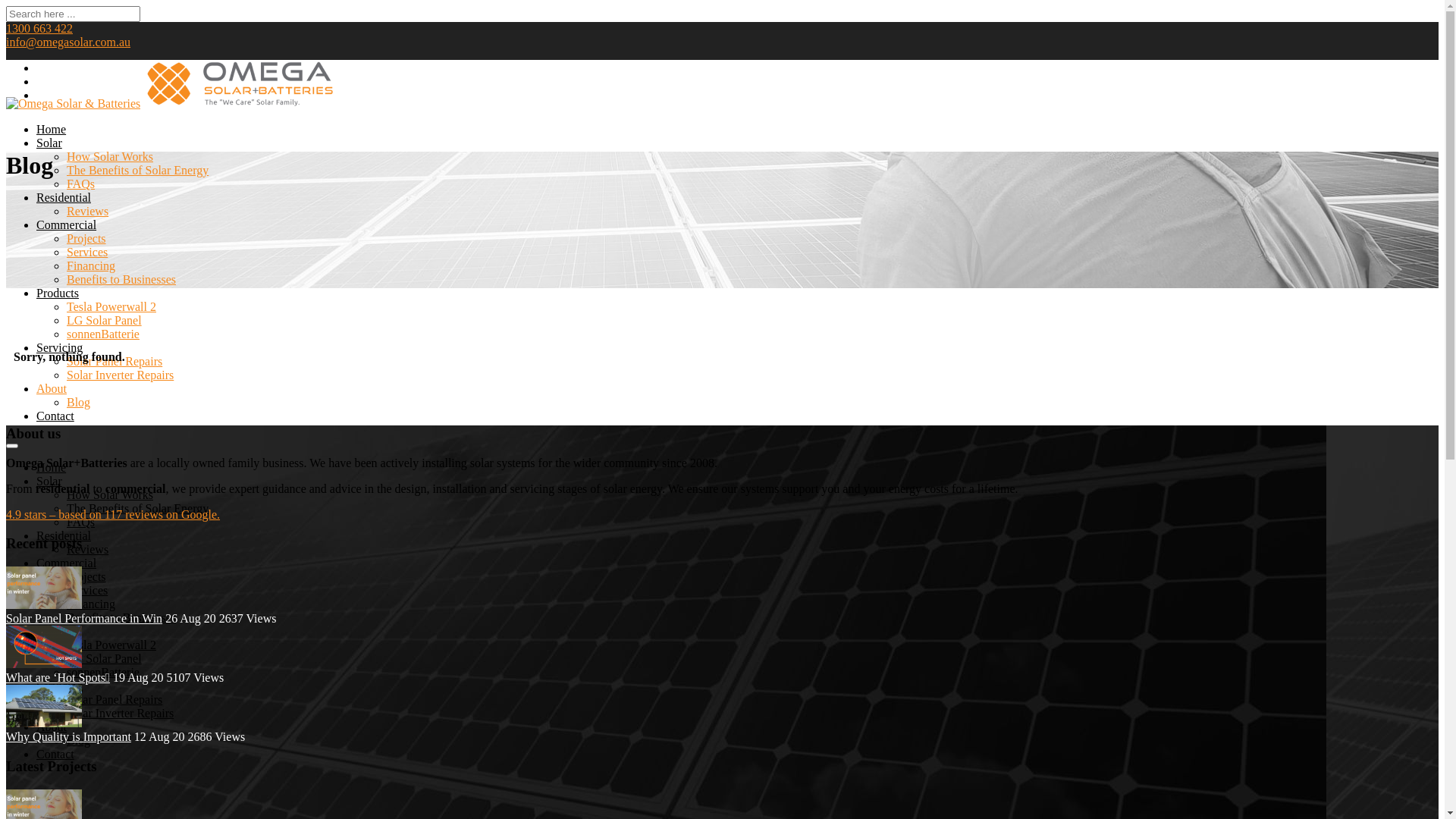 Image resolution: width=1456 pixels, height=819 pixels. What do you see at coordinates (43, 587) in the screenshot?
I see `'Solar Panel Performance in Winter'` at bounding box center [43, 587].